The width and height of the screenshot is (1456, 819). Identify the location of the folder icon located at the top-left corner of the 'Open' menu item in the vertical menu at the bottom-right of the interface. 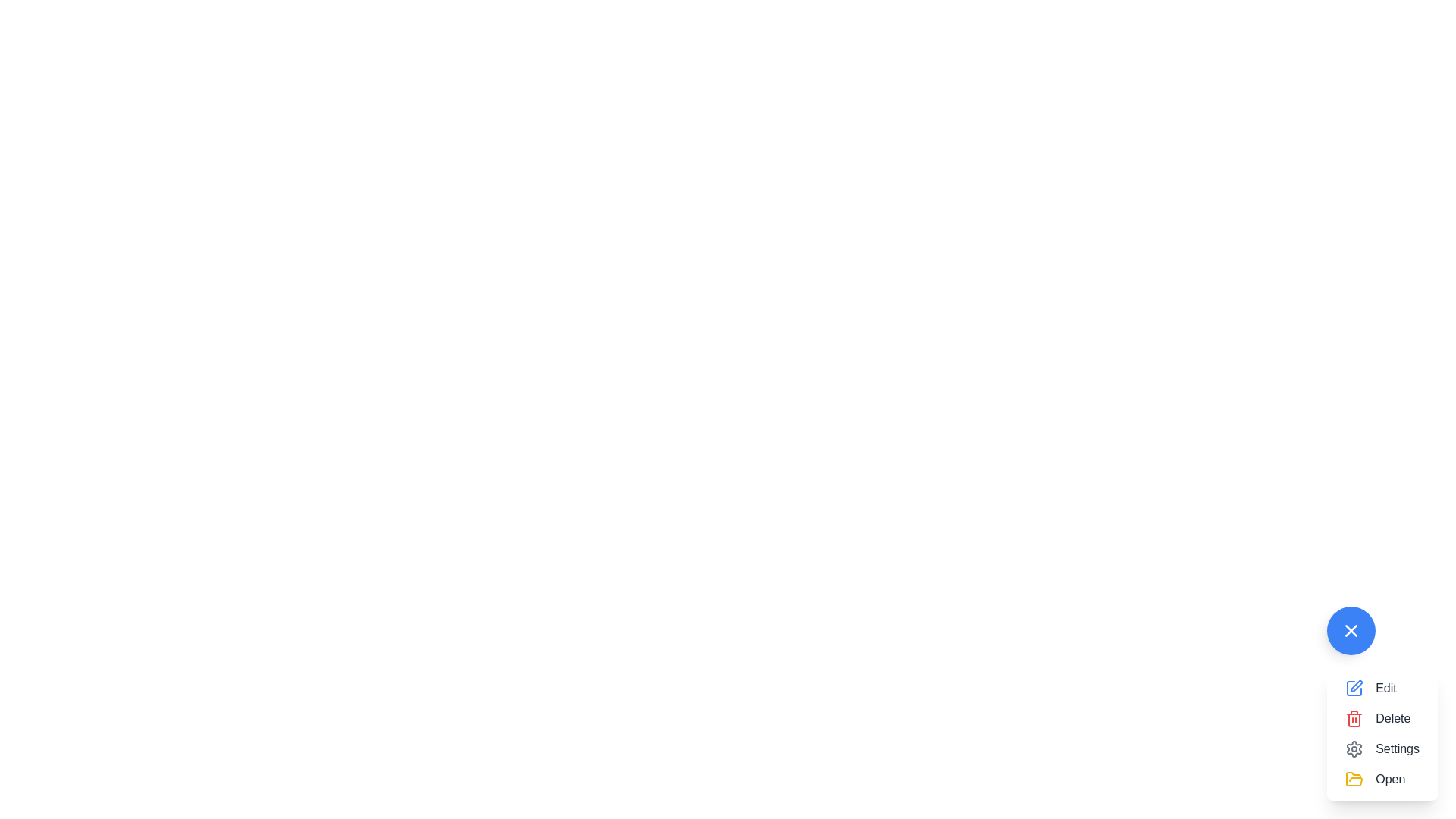
(1354, 780).